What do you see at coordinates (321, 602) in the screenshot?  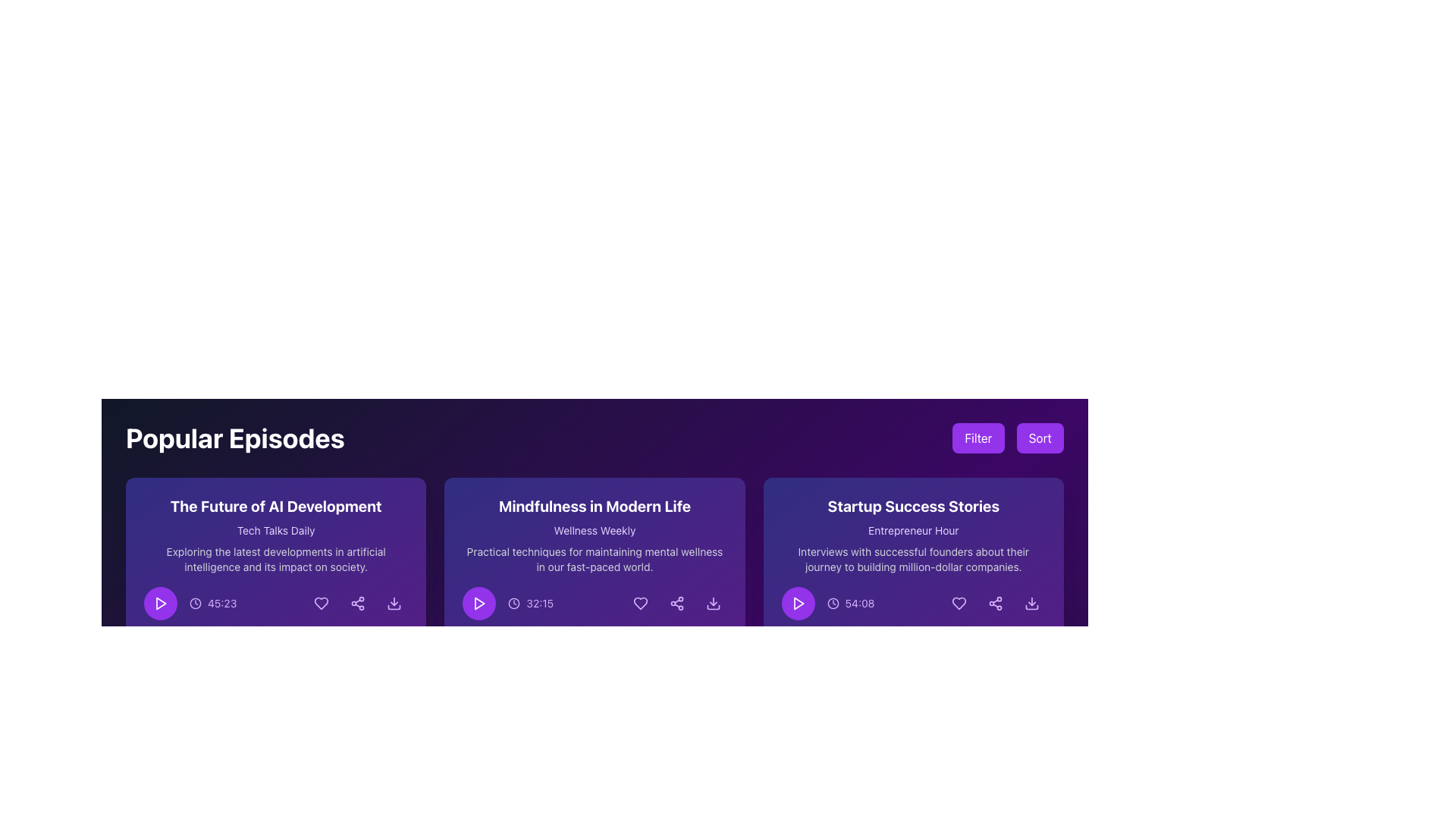 I see `the heart-shaped icon with a purple outline located in the 'Popular Episodes' section beneath the card titled 'The Future of AI Development' to potentially display a tooltip` at bounding box center [321, 602].